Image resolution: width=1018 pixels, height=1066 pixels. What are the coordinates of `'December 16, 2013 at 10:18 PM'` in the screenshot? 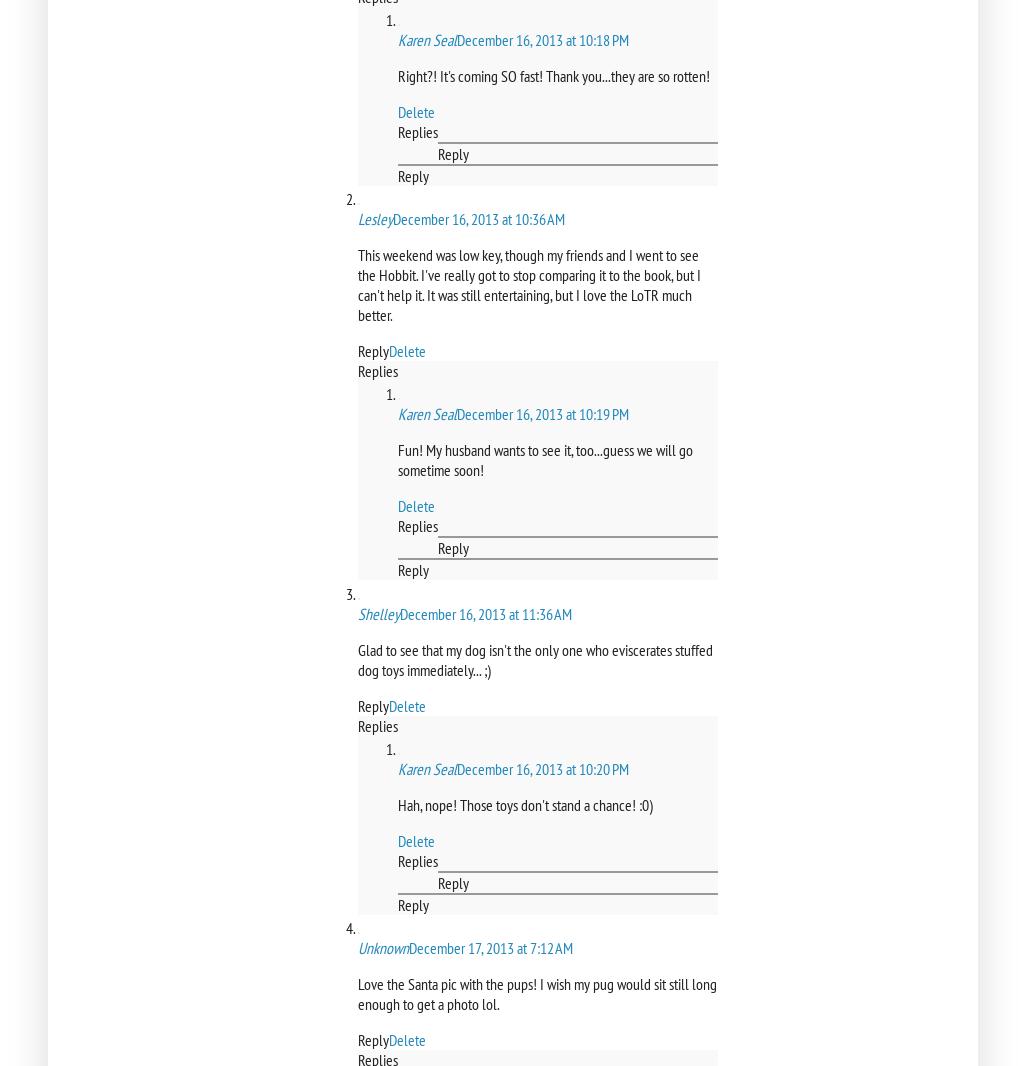 It's located at (542, 38).